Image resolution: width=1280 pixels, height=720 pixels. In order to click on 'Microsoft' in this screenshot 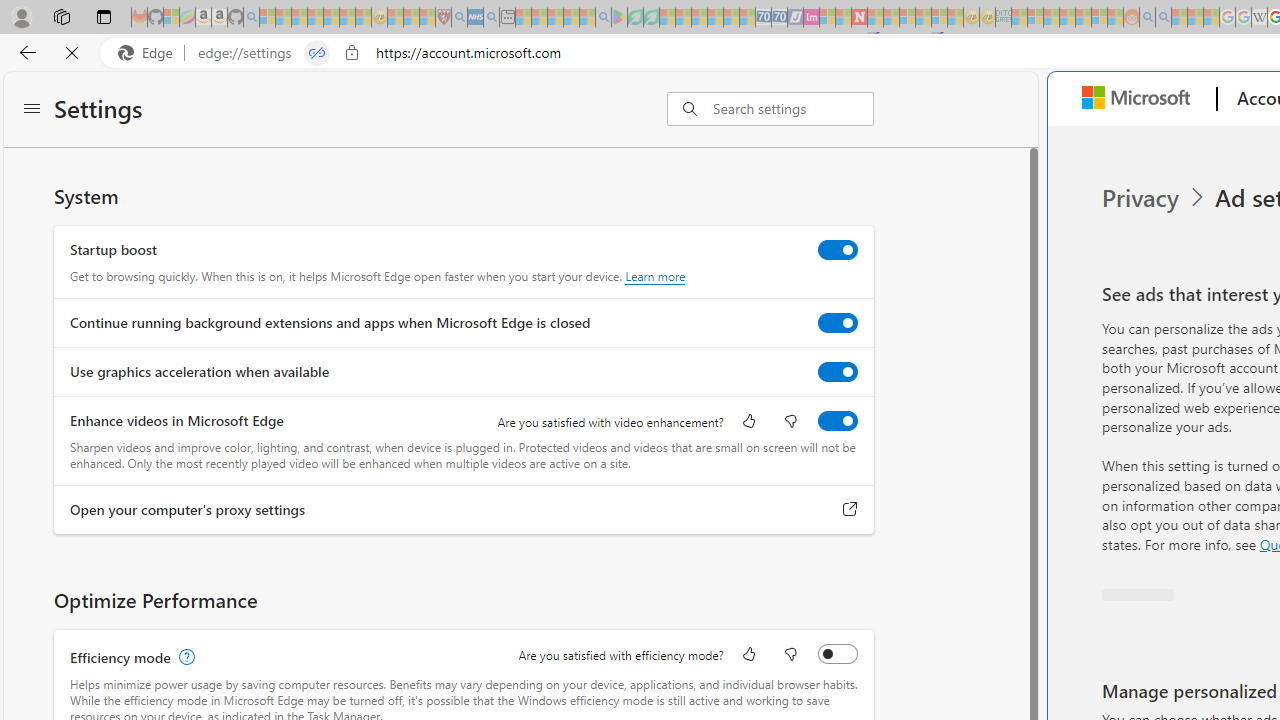, I will do `click(1141, 99)`.